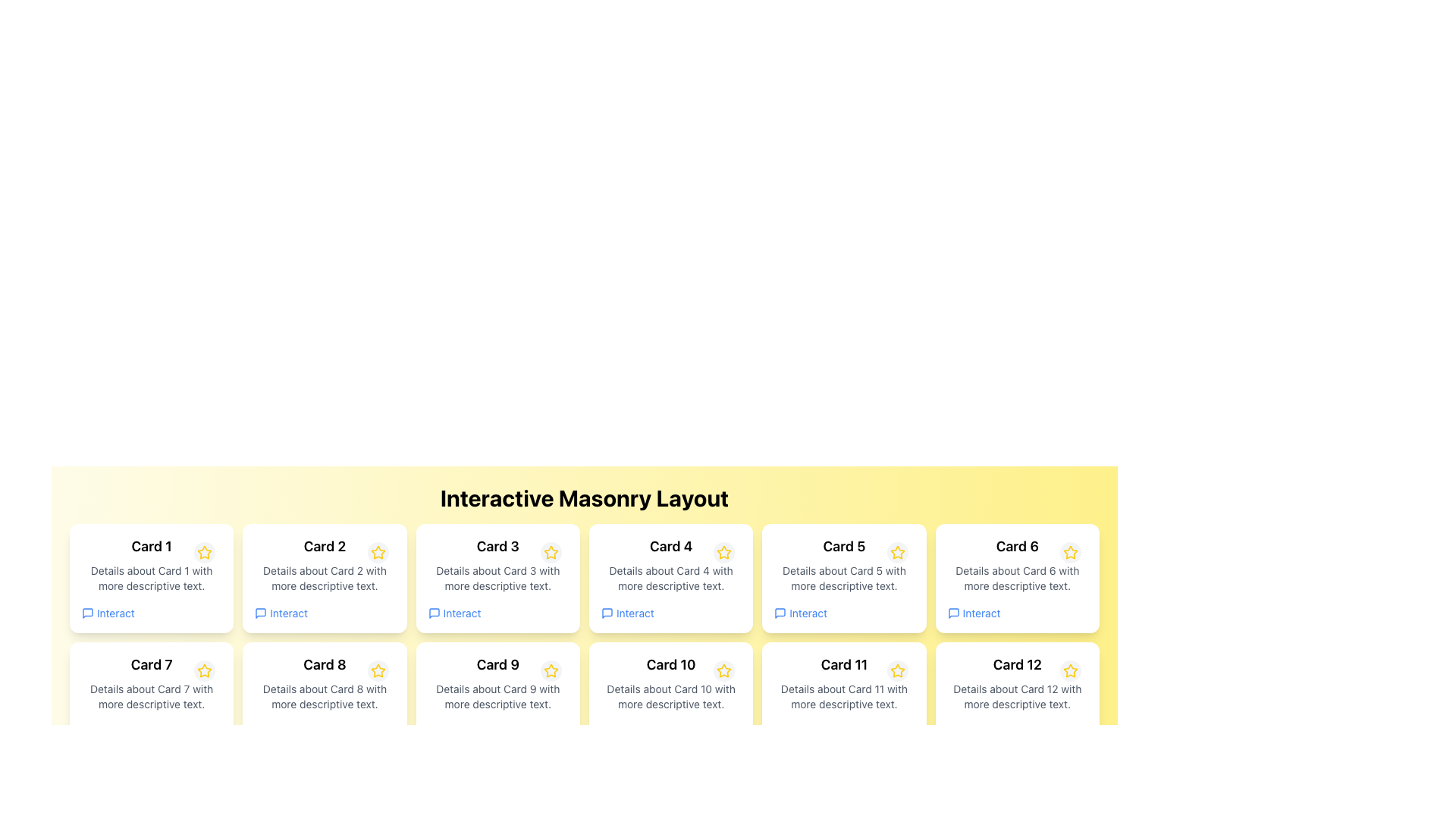  What do you see at coordinates (1069, 671) in the screenshot?
I see `the rounded star-shaped icon button with a yellow border, located at the top-right corner of 'Card 12'` at bounding box center [1069, 671].